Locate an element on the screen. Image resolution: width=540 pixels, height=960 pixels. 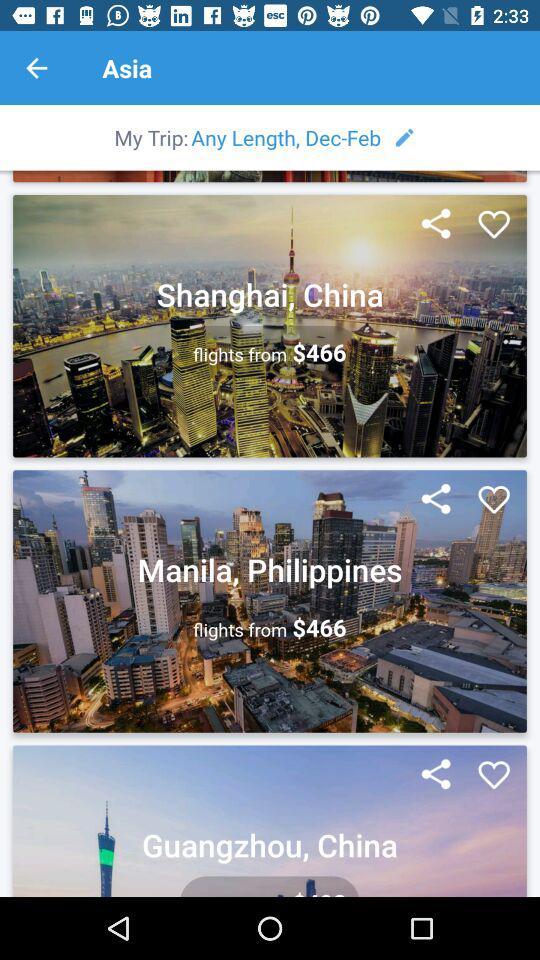
location is located at coordinates (493, 499).